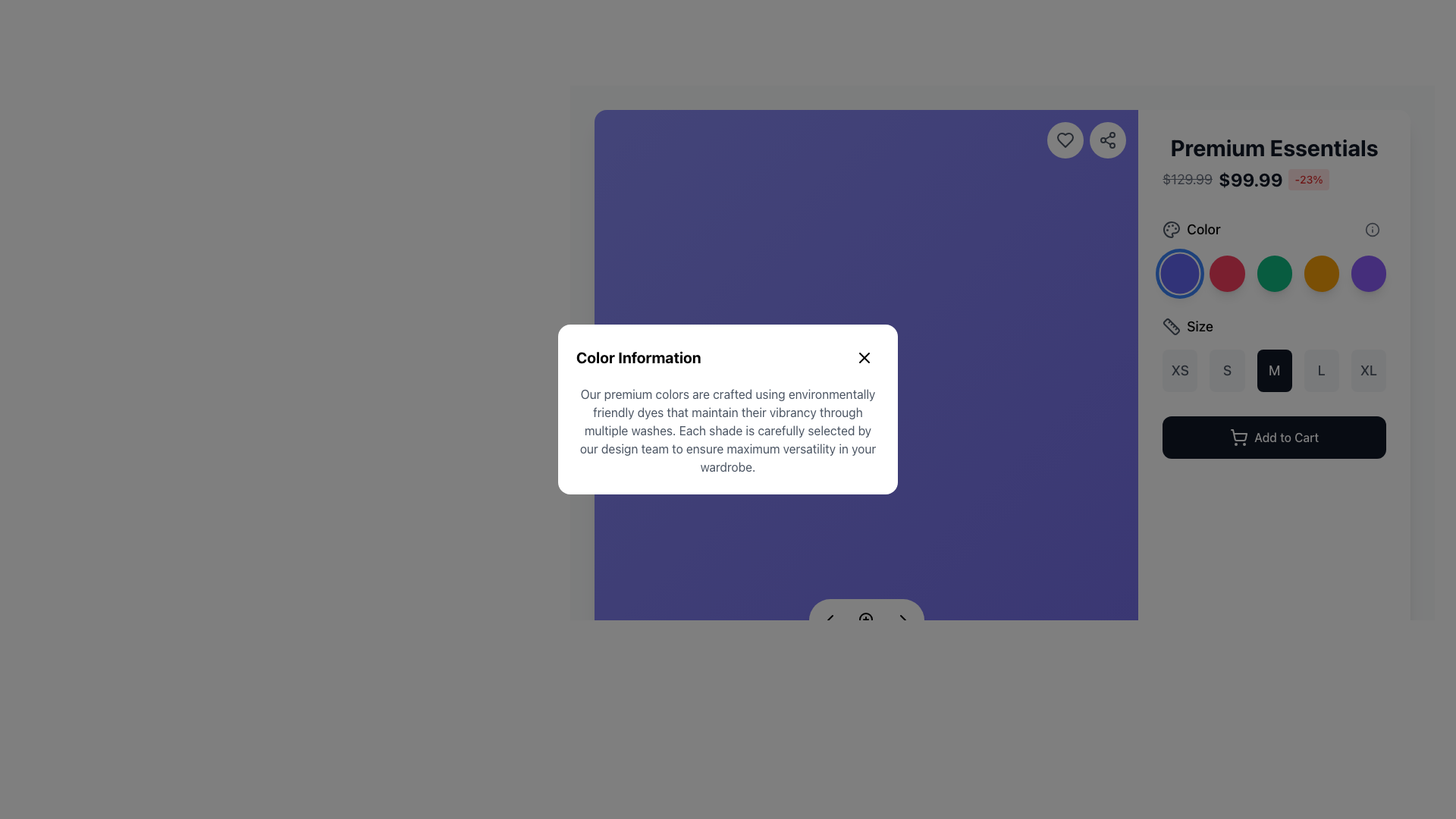 This screenshot has width=1456, height=819. What do you see at coordinates (1108, 140) in the screenshot?
I see `the share icon embedded within the circular button located in the top-right section of the interface, positioned to the right of the heart-shaped icon` at bounding box center [1108, 140].